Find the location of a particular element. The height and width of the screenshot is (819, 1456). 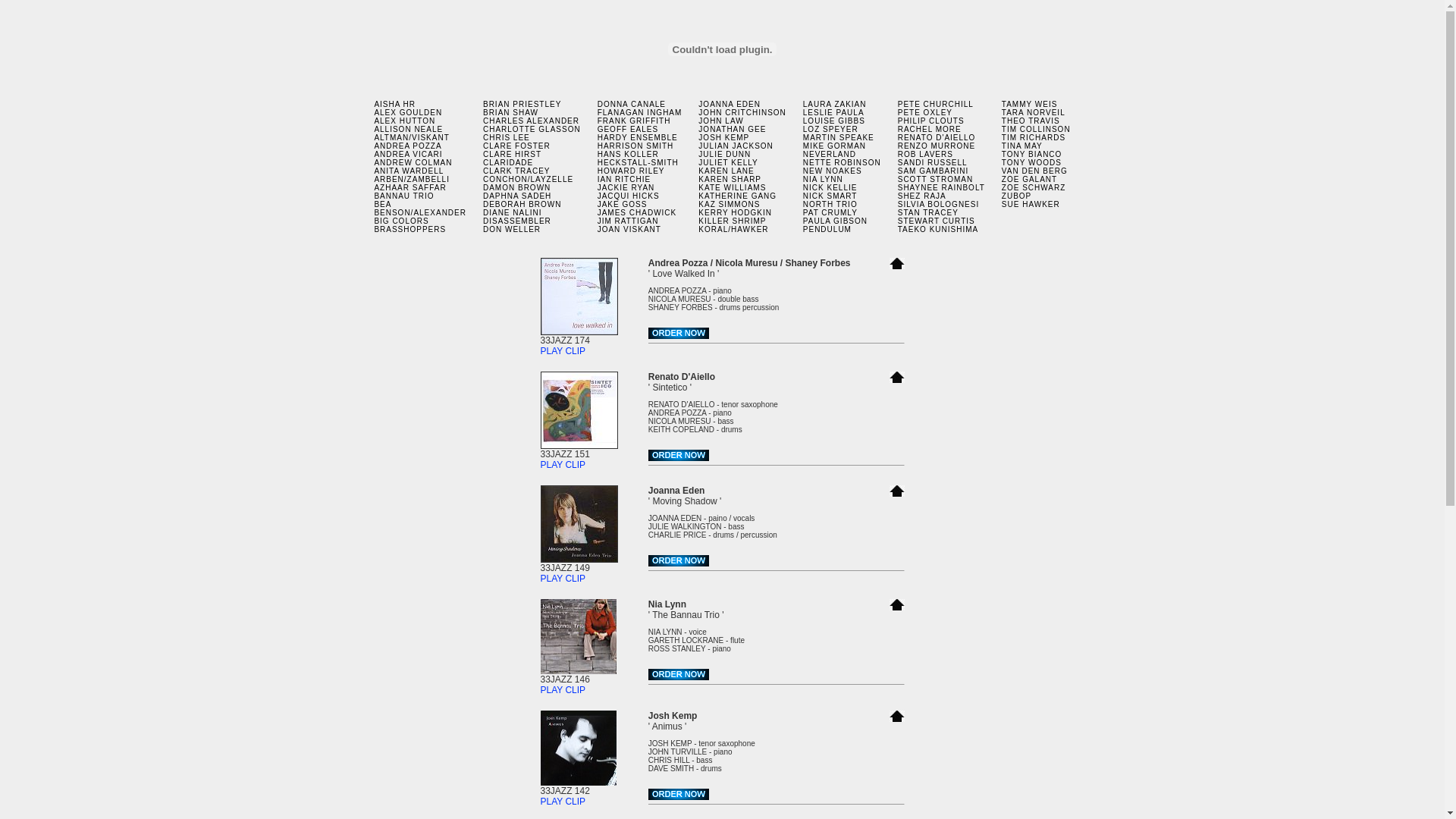

'ZOE SCHWARZ' is located at coordinates (1033, 187).